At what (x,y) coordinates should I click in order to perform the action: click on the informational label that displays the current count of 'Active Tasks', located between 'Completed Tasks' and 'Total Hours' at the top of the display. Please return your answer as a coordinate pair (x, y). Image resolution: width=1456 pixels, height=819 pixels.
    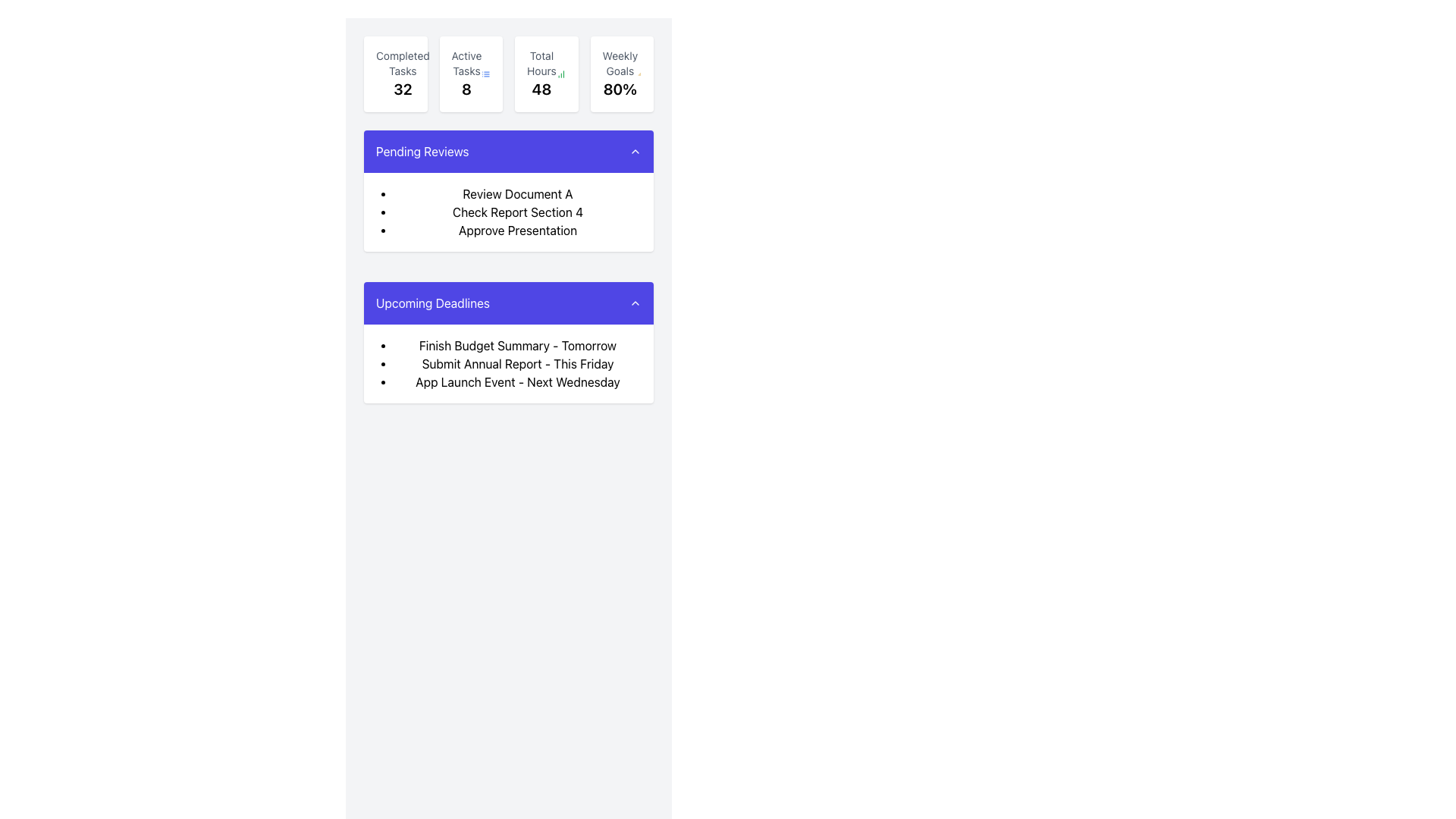
    Looking at the image, I should click on (466, 74).